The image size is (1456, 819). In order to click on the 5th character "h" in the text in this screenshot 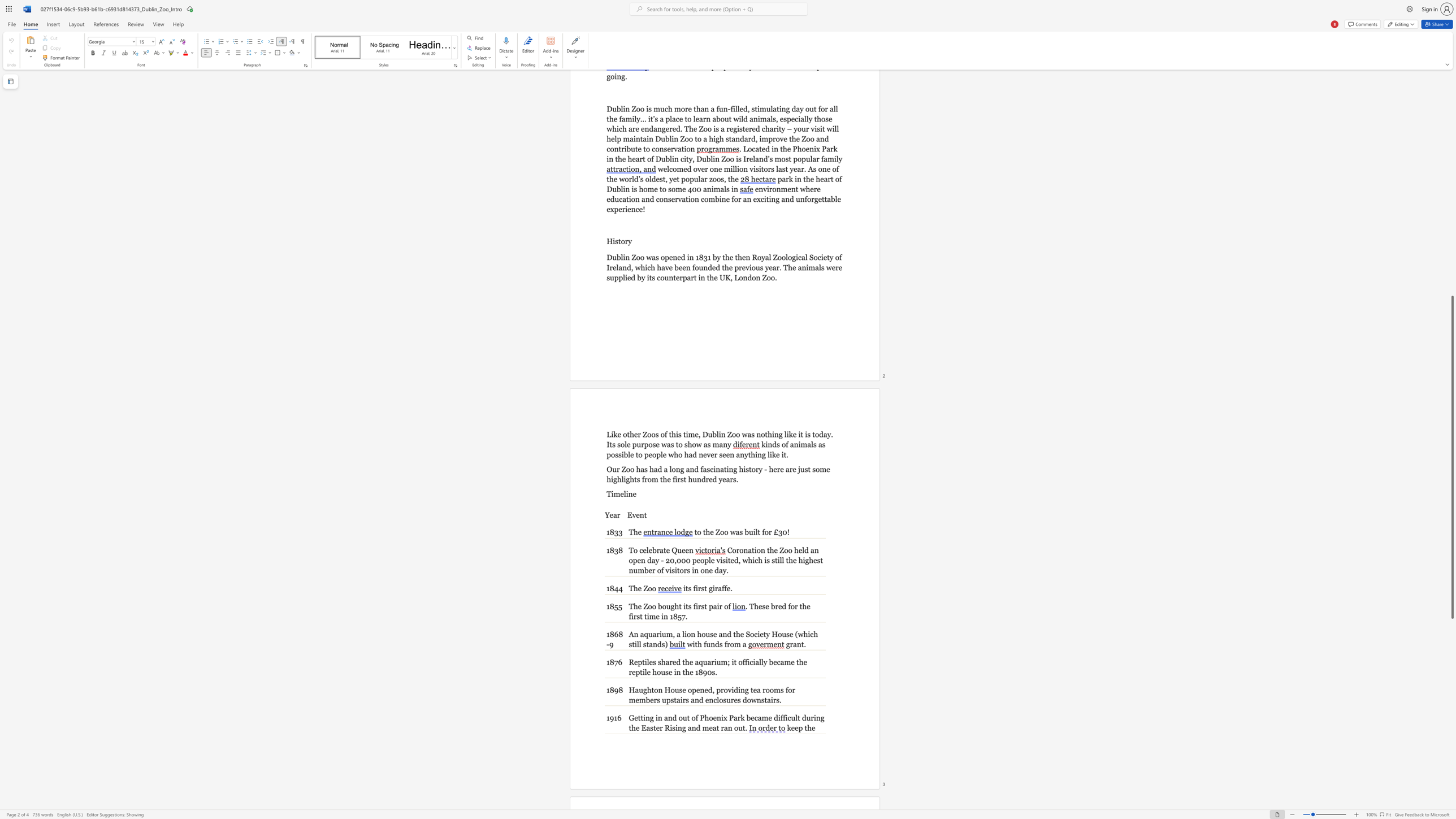, I will do `click(608, 479)`.